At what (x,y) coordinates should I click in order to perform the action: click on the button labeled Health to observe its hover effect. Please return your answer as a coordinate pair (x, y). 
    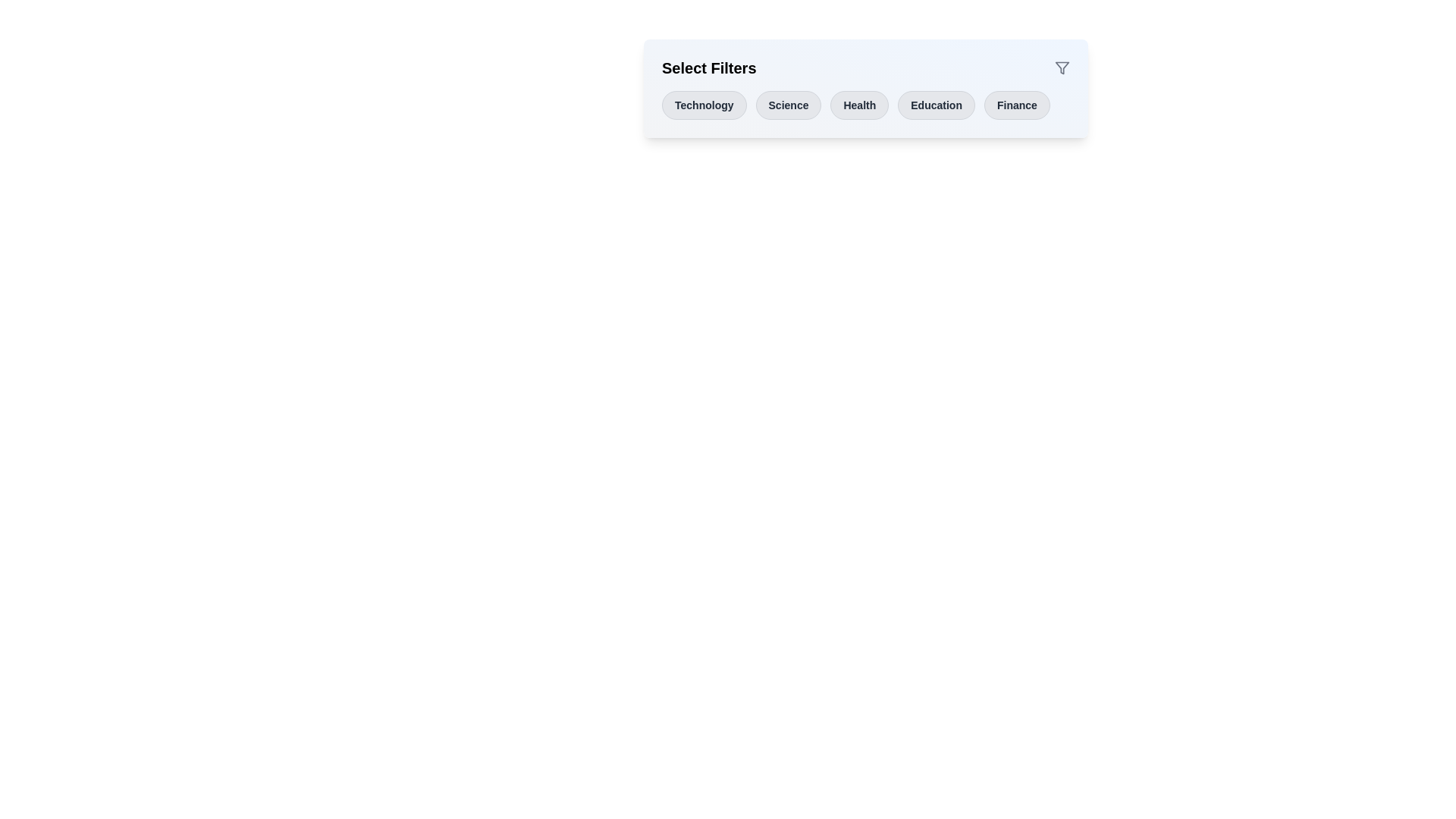
    Looking at the image, I should click on (859, 104).